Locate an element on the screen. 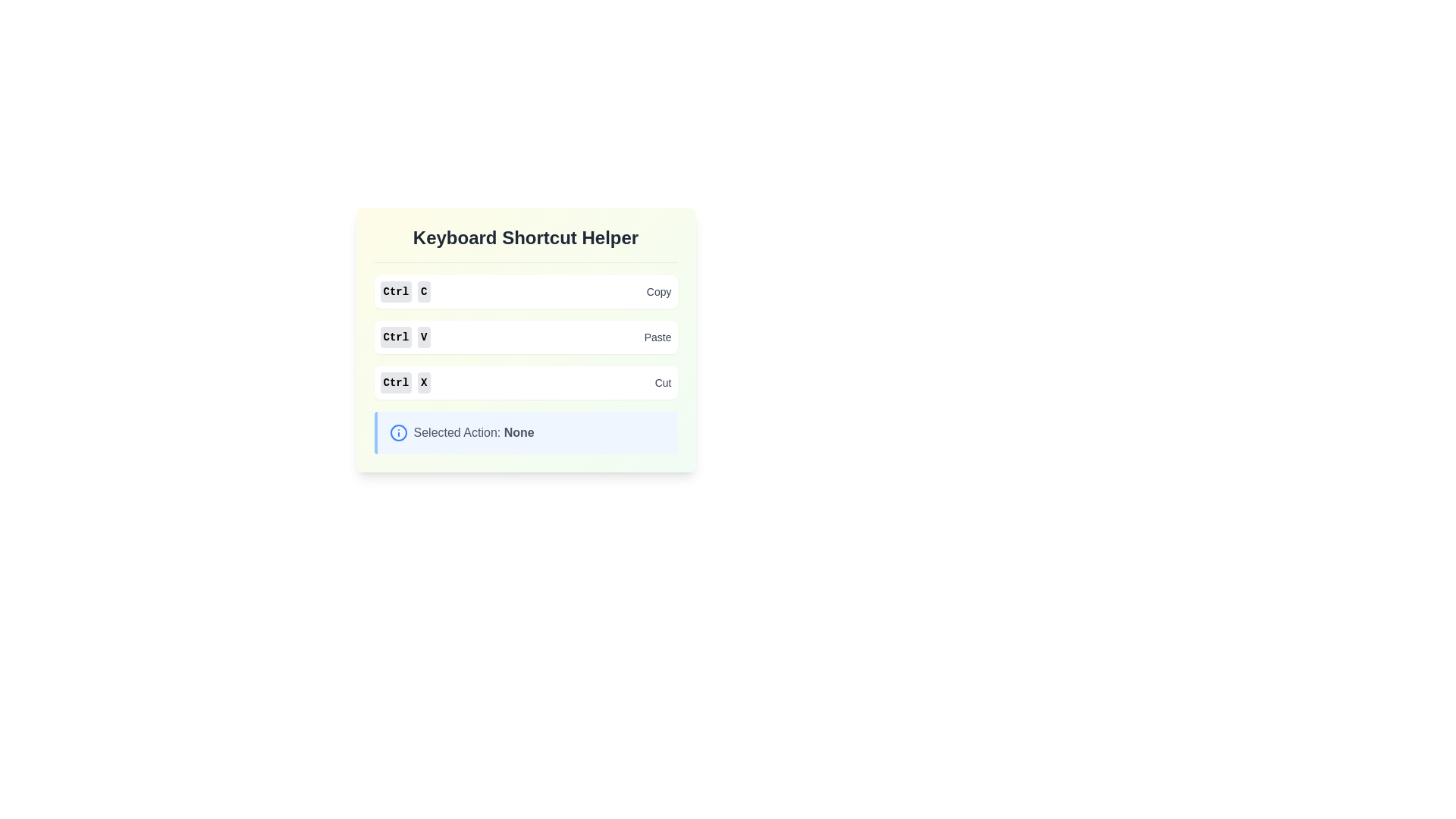  the circular icon with a blue border and a small blue dot centered within it, located to the left of the text 'Selected Action: None' is located at coordinates (398, 432).